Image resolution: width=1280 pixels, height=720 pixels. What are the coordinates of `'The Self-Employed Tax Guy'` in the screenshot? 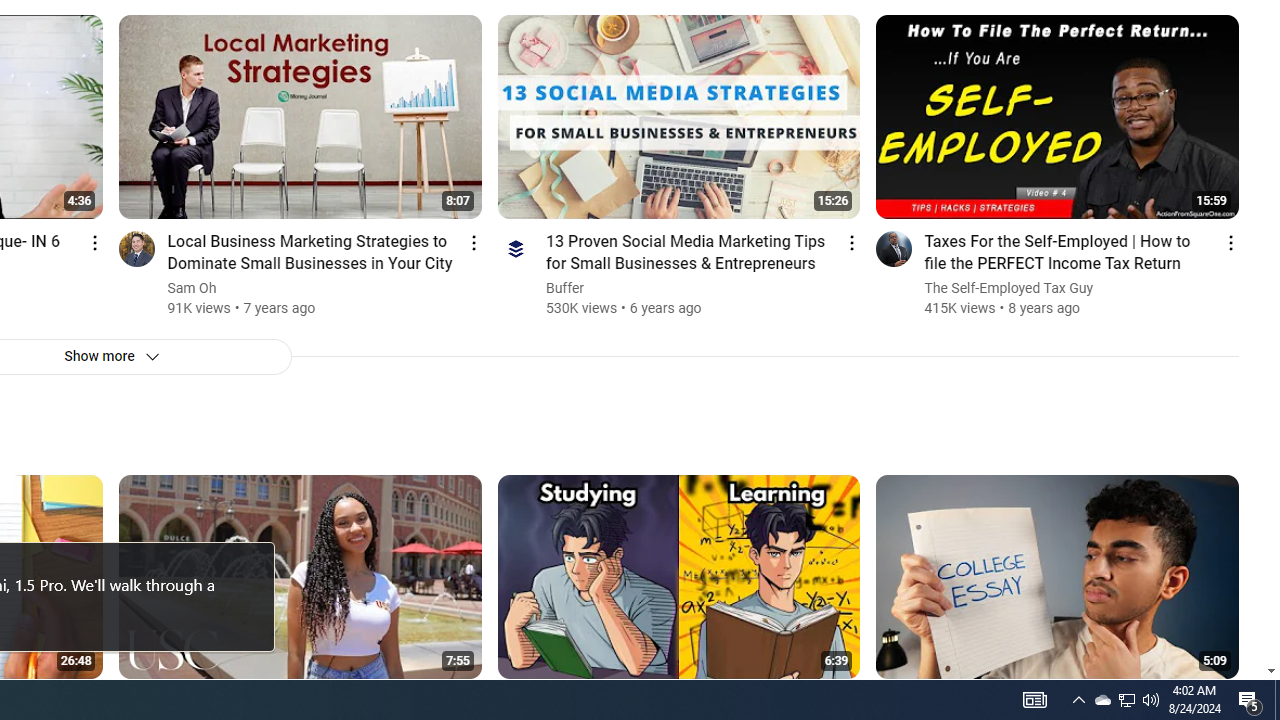 It's located at (1009, 288).